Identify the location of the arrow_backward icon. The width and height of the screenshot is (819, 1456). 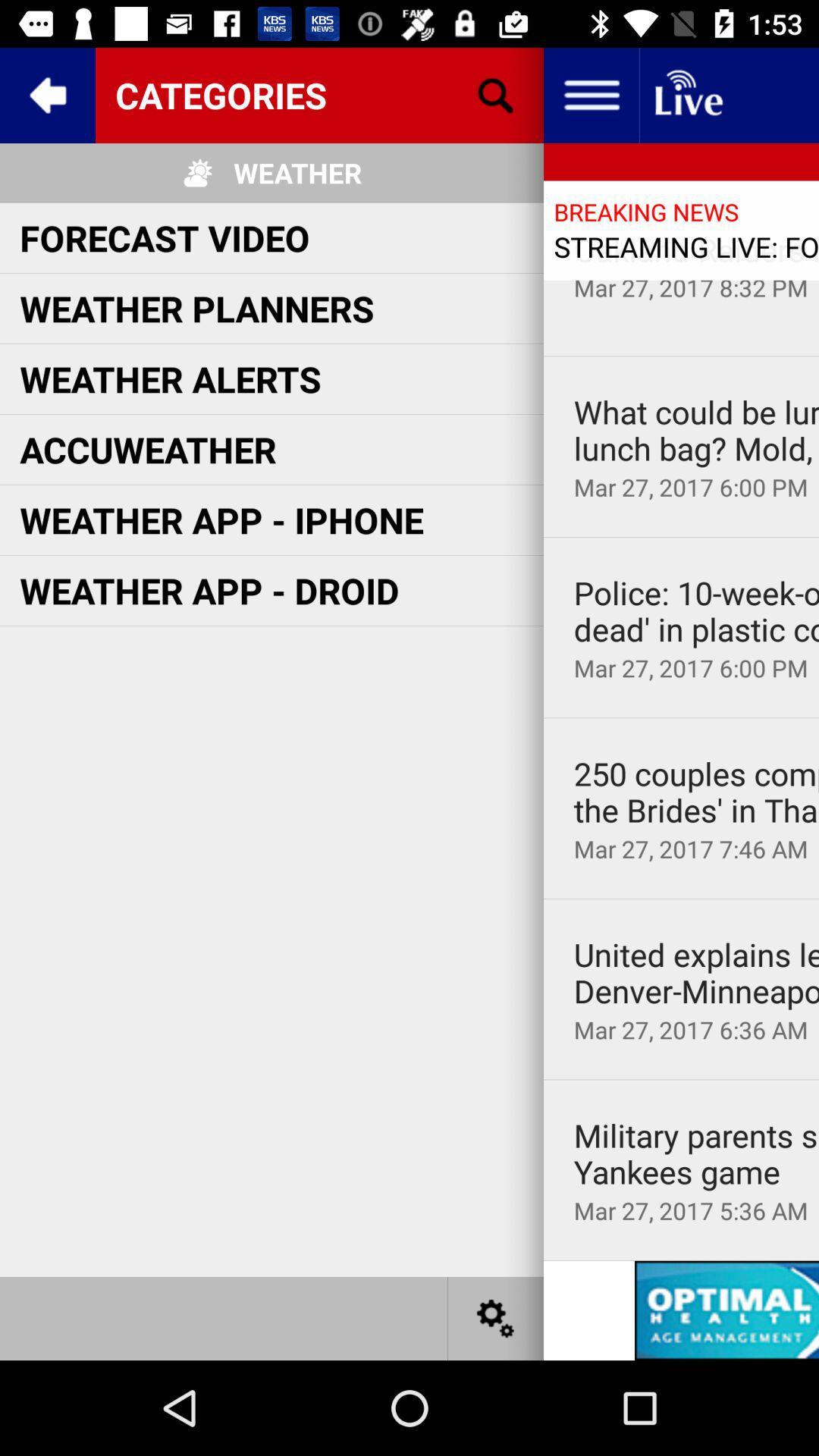
(46, 94).